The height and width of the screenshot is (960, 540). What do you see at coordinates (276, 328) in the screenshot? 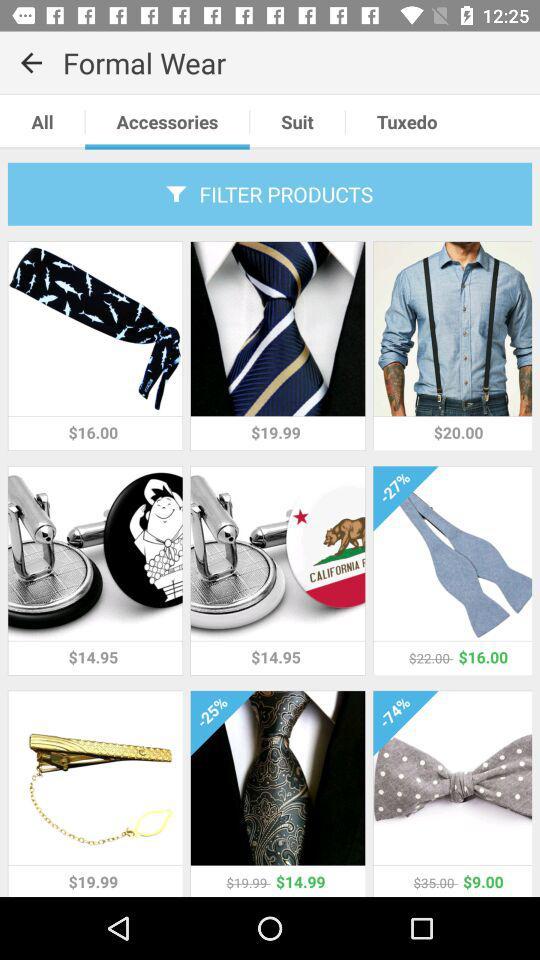
I see `the second picture` at bounding box center [276, 328].